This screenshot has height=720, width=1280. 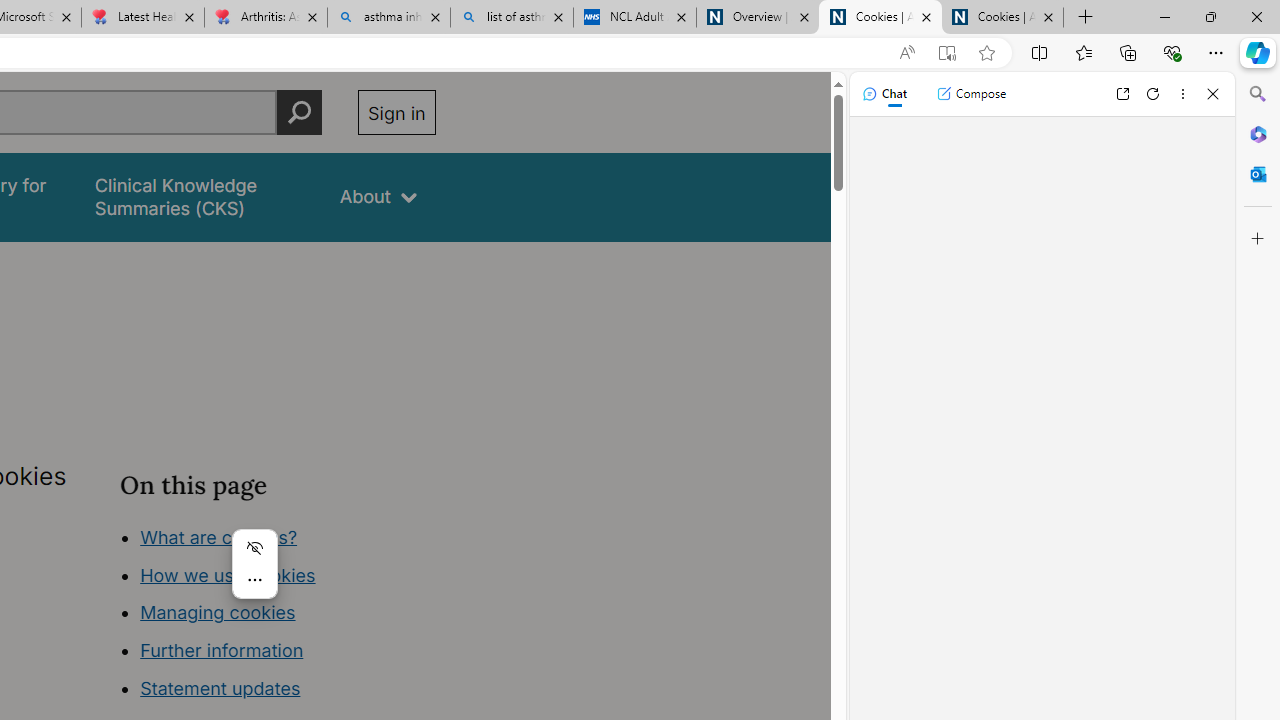 What do you see at coordinates (199, 197) in the screenshot?
I see `'false'` at bounding box center [199, 197].